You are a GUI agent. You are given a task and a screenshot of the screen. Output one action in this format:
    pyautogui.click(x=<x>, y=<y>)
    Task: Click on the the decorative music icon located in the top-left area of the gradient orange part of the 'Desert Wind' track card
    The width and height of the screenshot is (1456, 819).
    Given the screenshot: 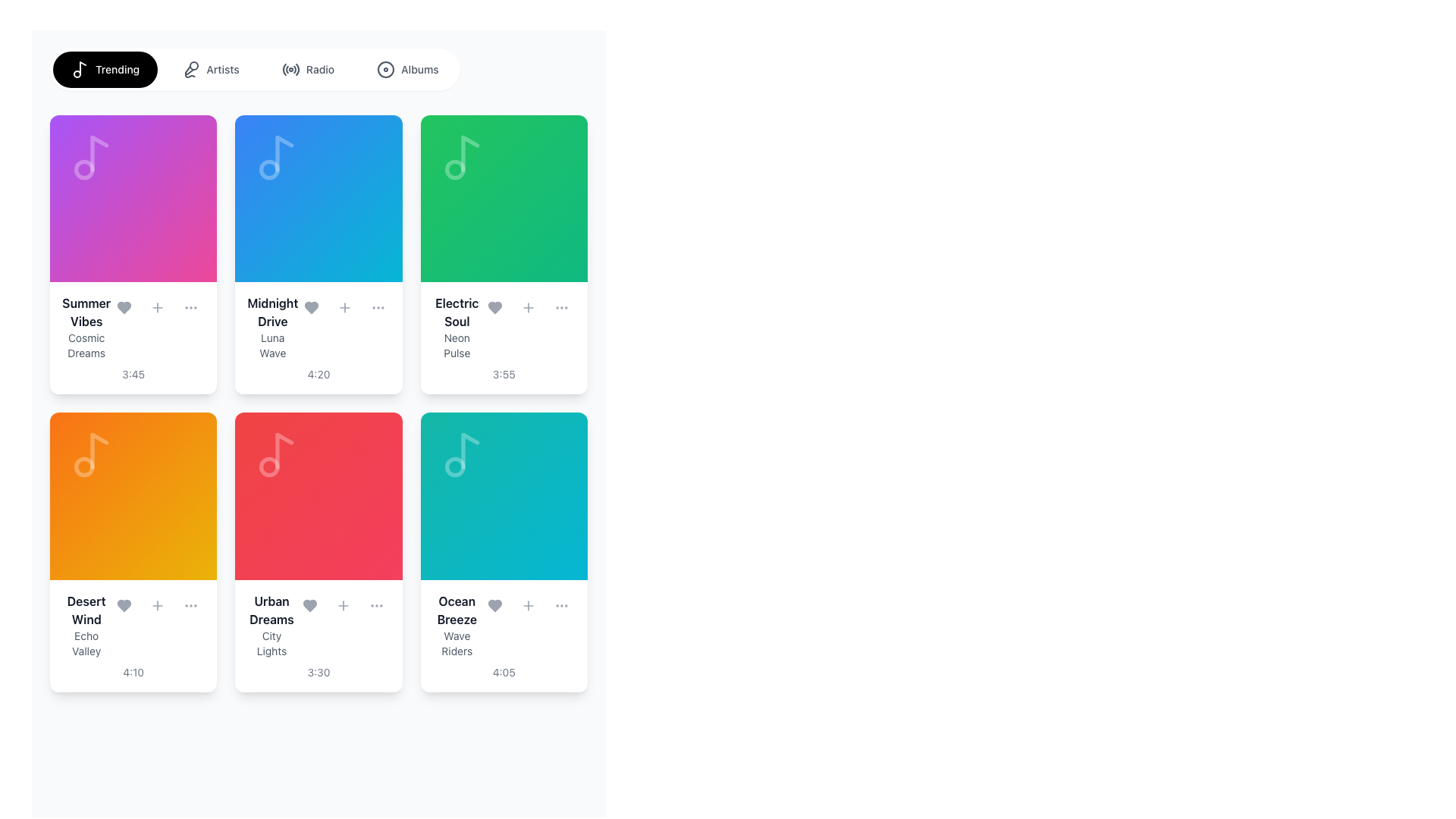 What is the action you would take?
    pyautogui.click(x=91, y=454)
    